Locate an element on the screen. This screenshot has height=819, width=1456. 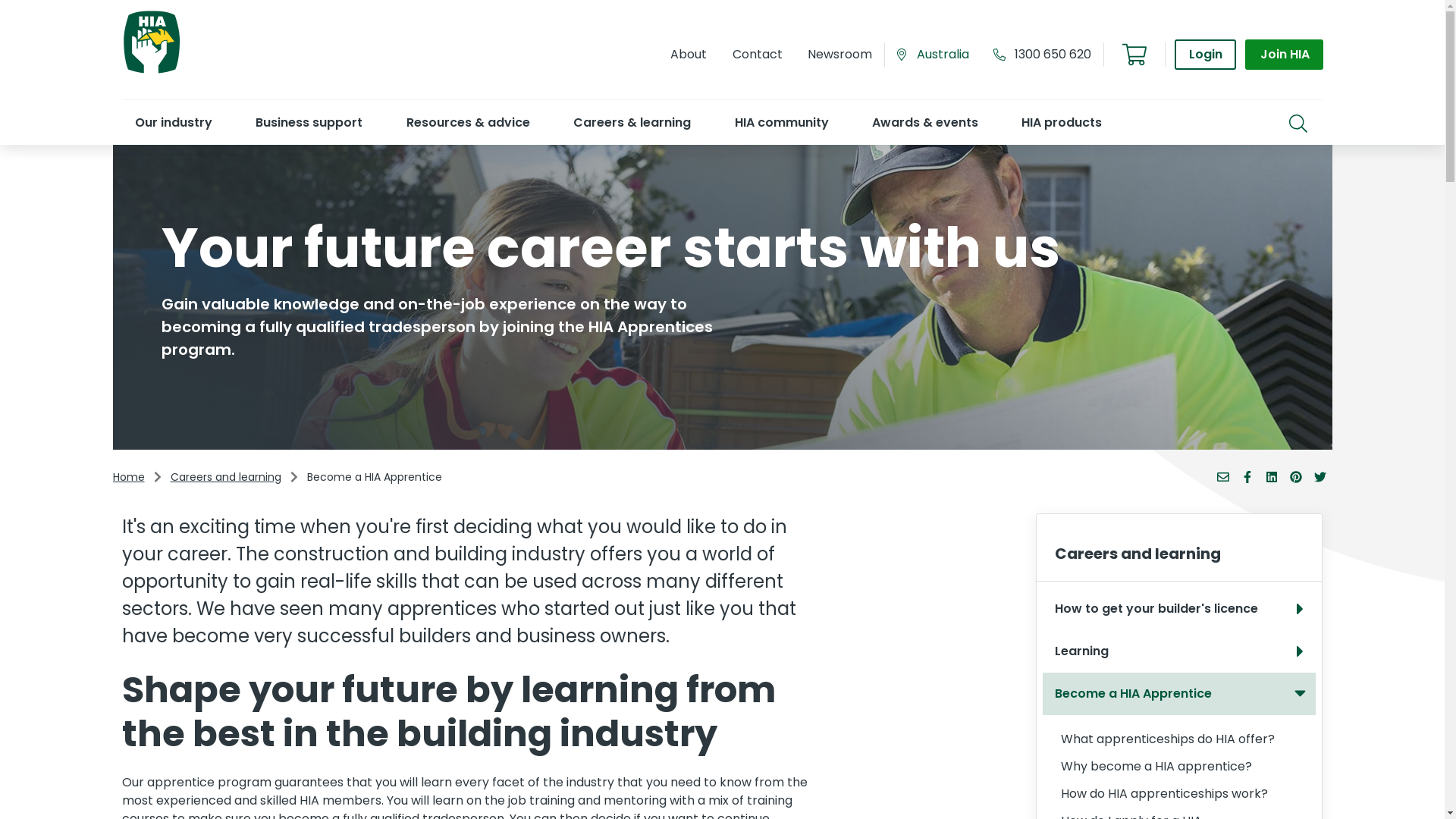
'Awards & events' is located at coordinates (924, 121).